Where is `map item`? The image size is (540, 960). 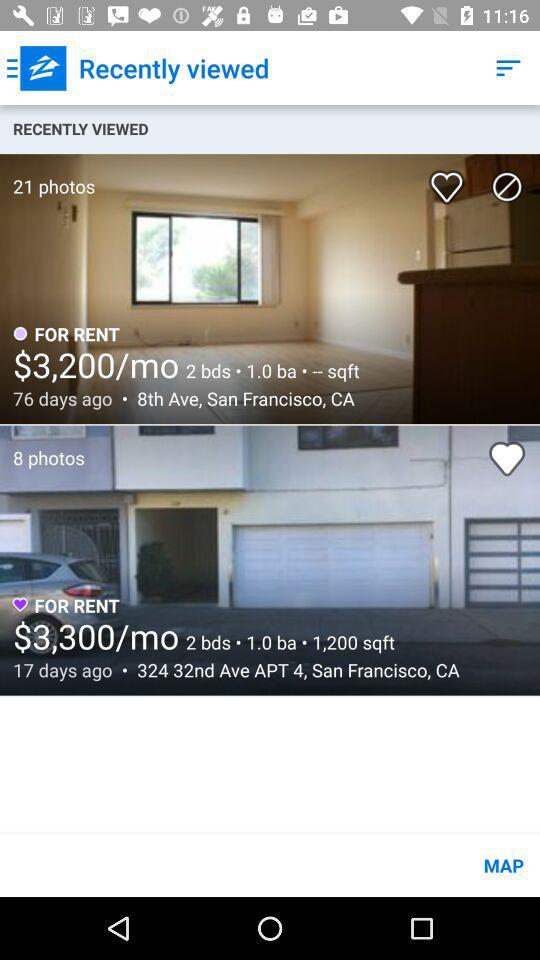
map item is located at coordinates (270, 864).